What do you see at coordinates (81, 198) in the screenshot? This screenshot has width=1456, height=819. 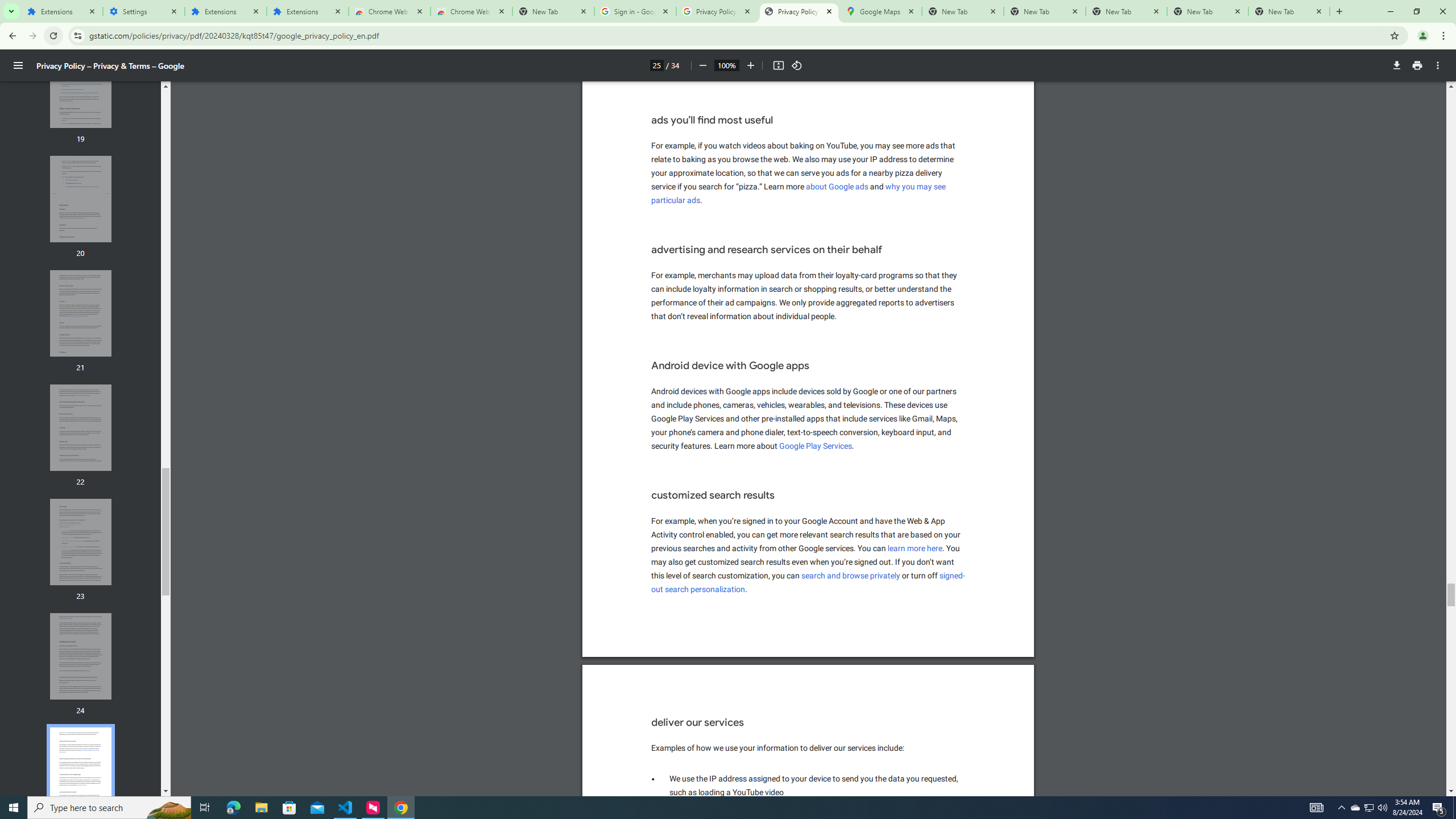 I see `'Thumbnail for page 20'` at bounding box center [81, 198].